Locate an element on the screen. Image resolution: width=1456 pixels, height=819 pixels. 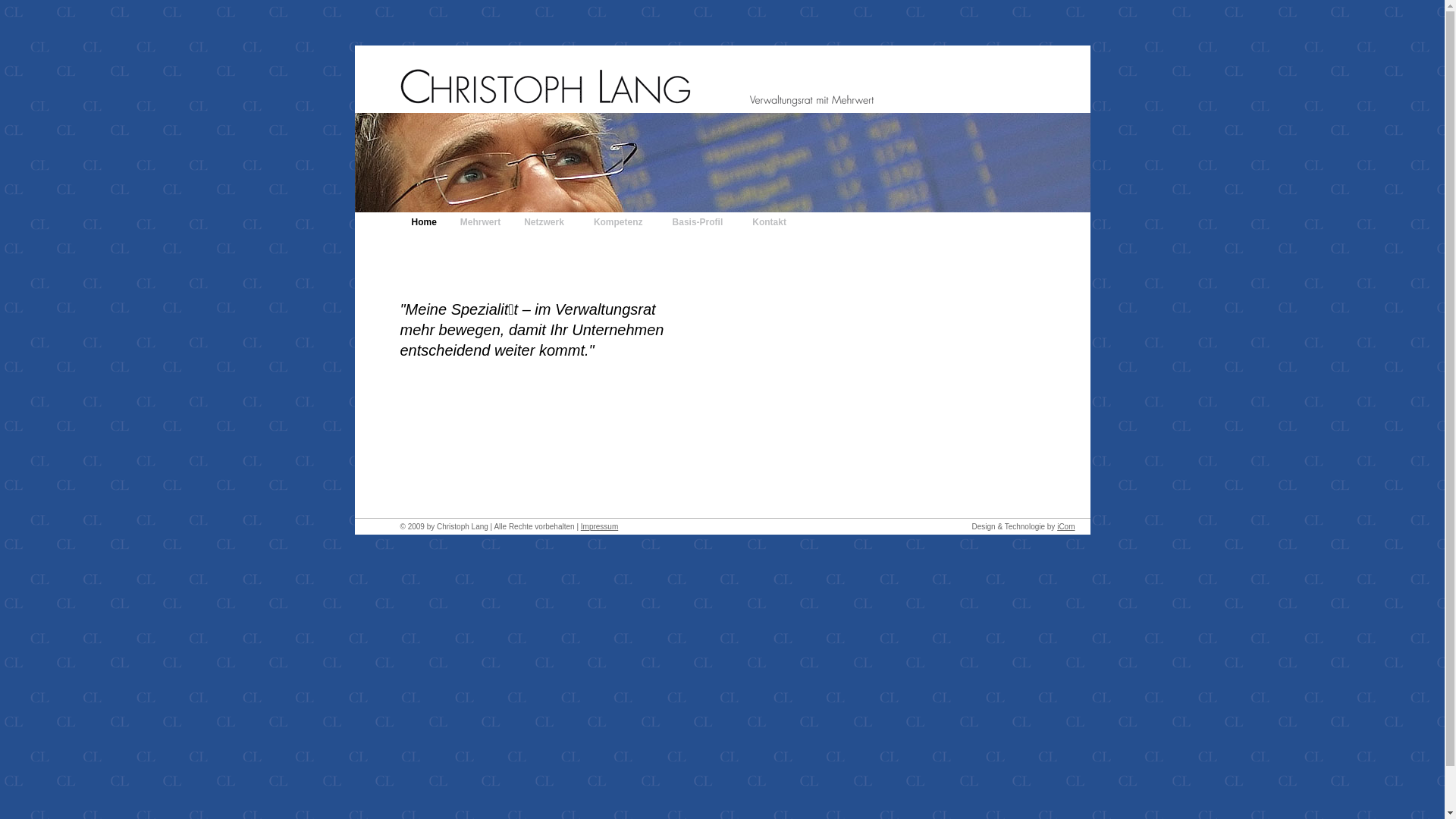
'Mehrwert' is located at coordinates (479, 222).